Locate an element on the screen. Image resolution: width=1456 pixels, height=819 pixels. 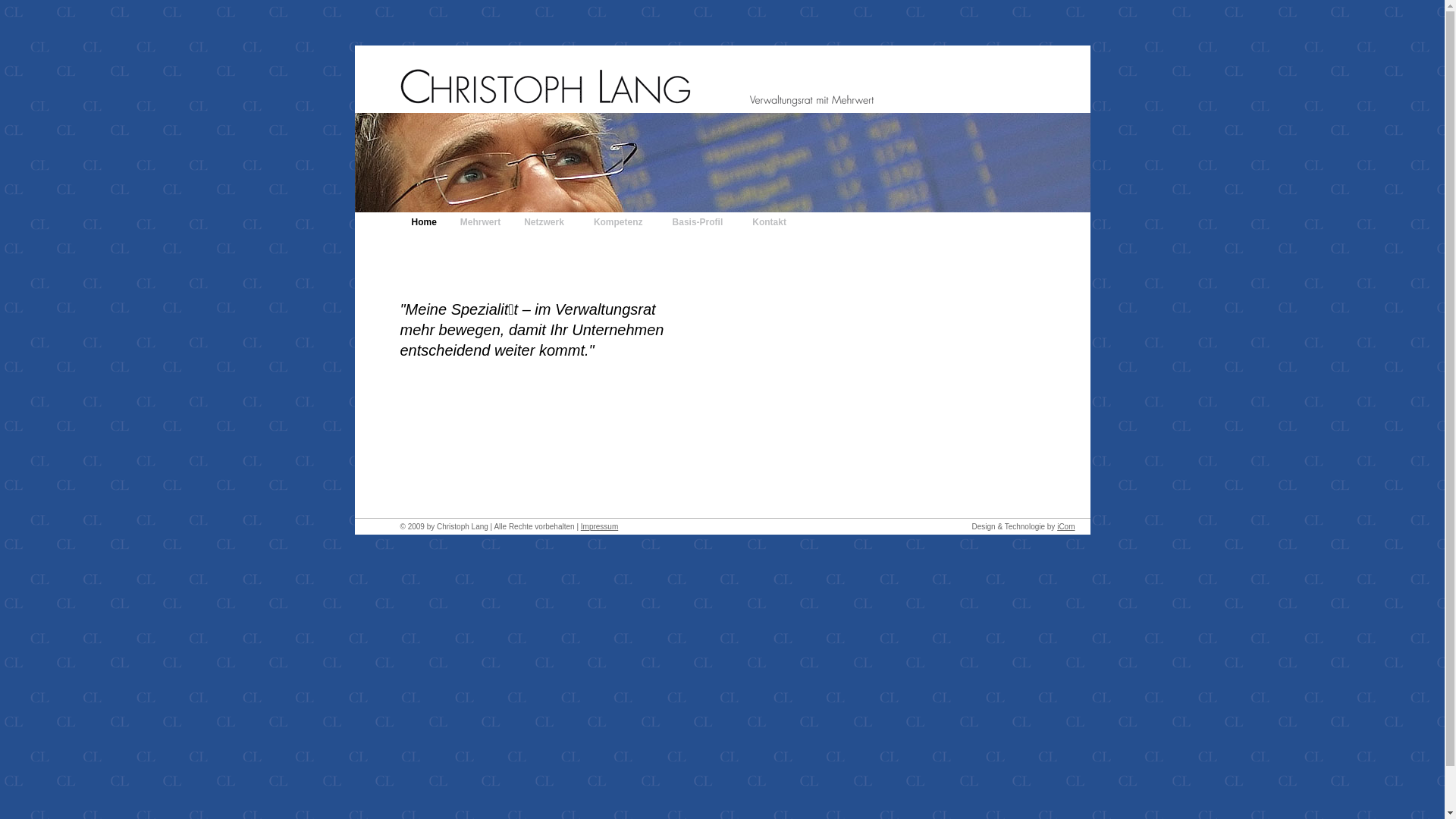
'Mehrwert' is located at coordinates (479, 222).